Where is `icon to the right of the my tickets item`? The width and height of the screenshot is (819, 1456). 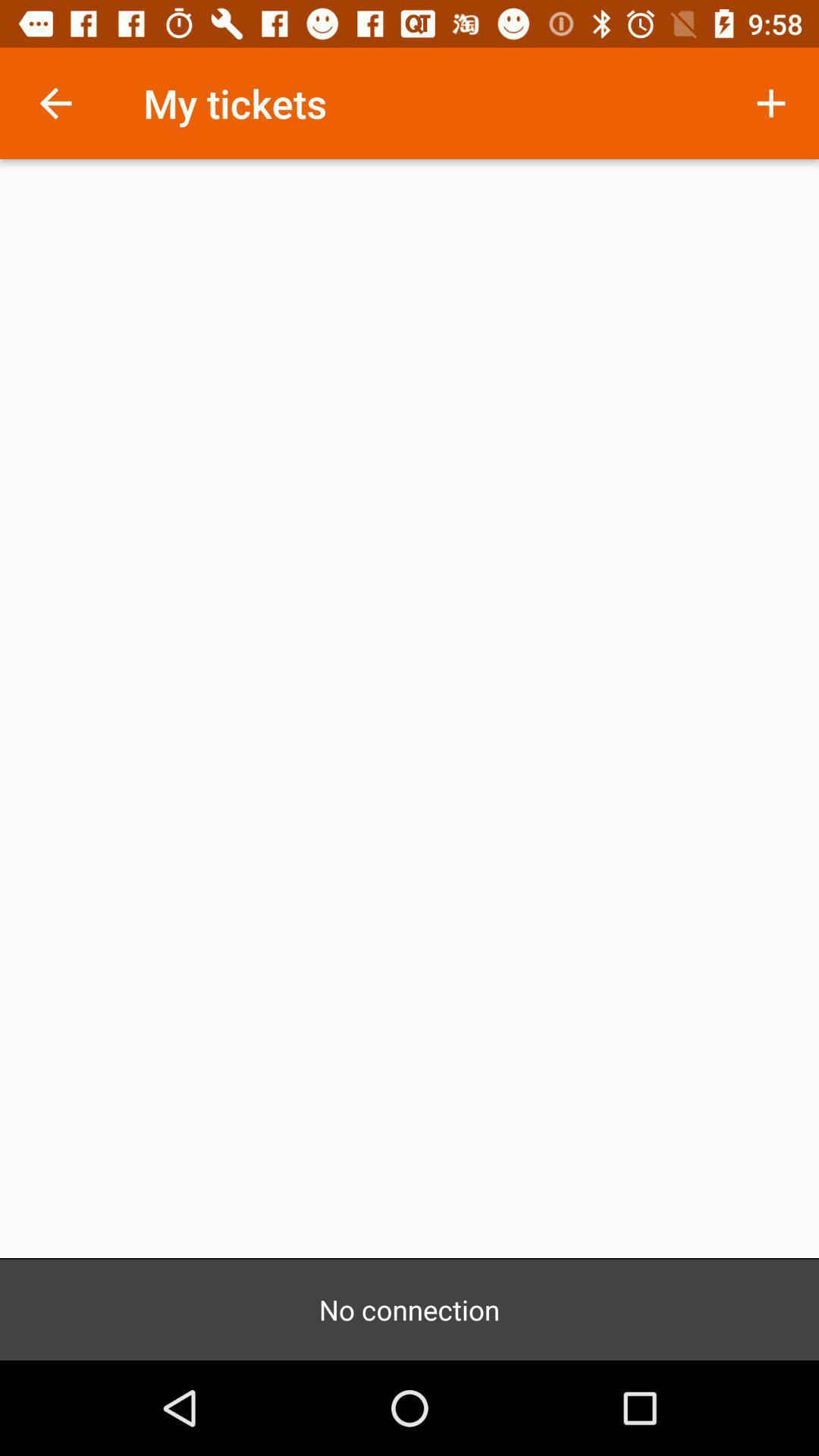
icon to the right of the my tickets item is located at coordinates (771, 102).